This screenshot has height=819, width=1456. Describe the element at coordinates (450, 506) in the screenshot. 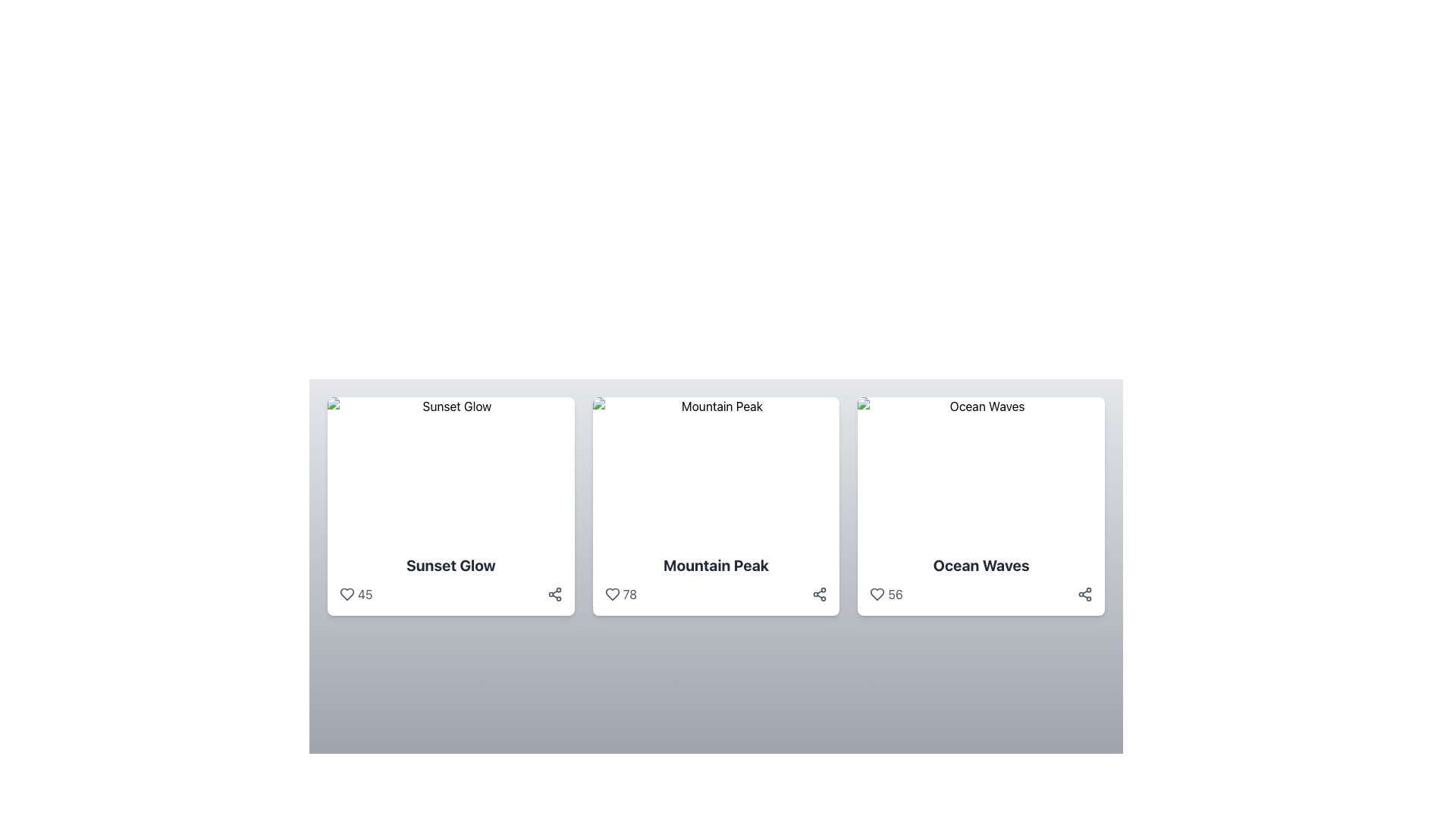

I see `the first card` at that location.